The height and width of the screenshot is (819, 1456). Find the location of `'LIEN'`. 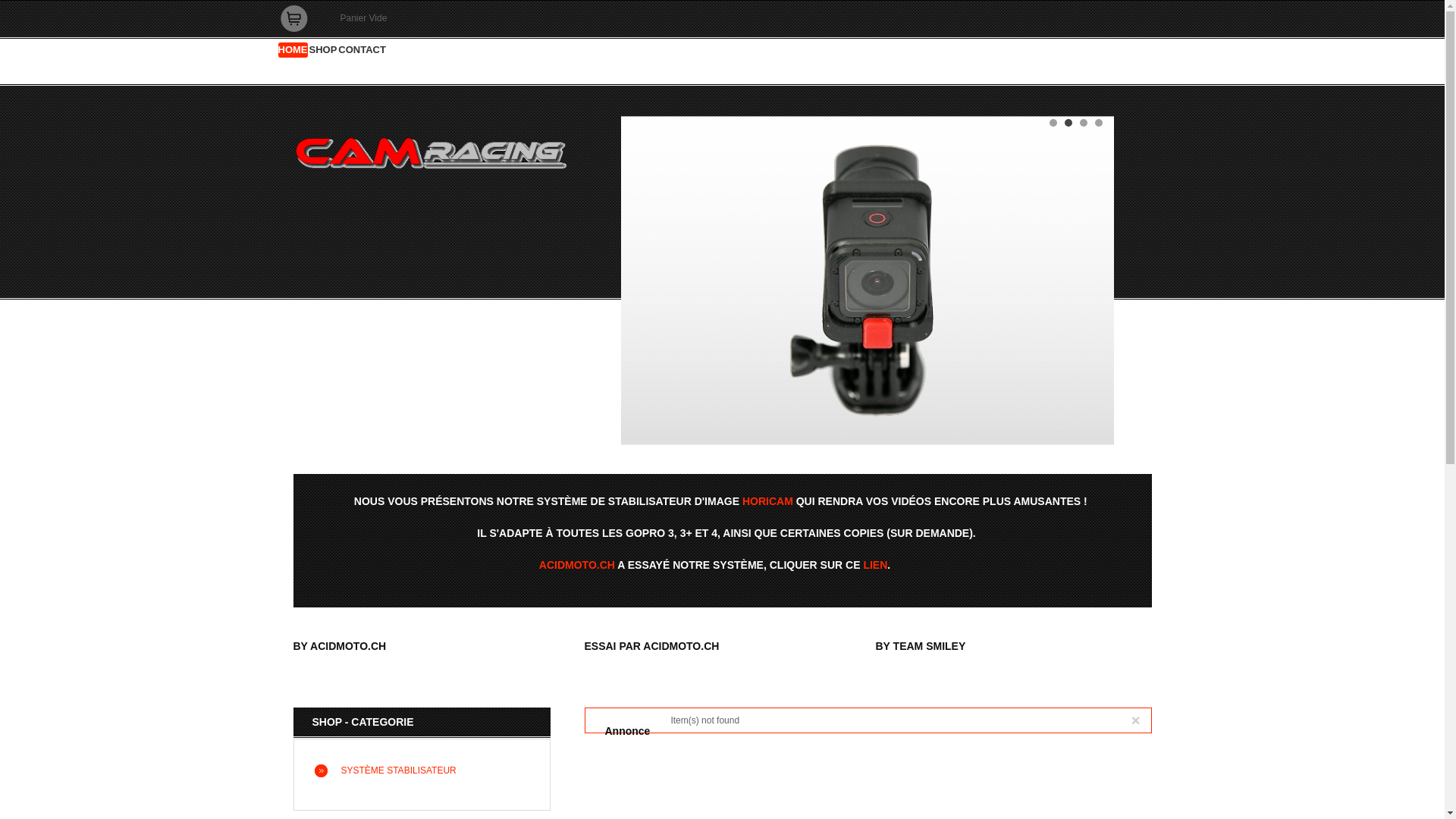

'LIEN' is located at coordinates (874, 564).